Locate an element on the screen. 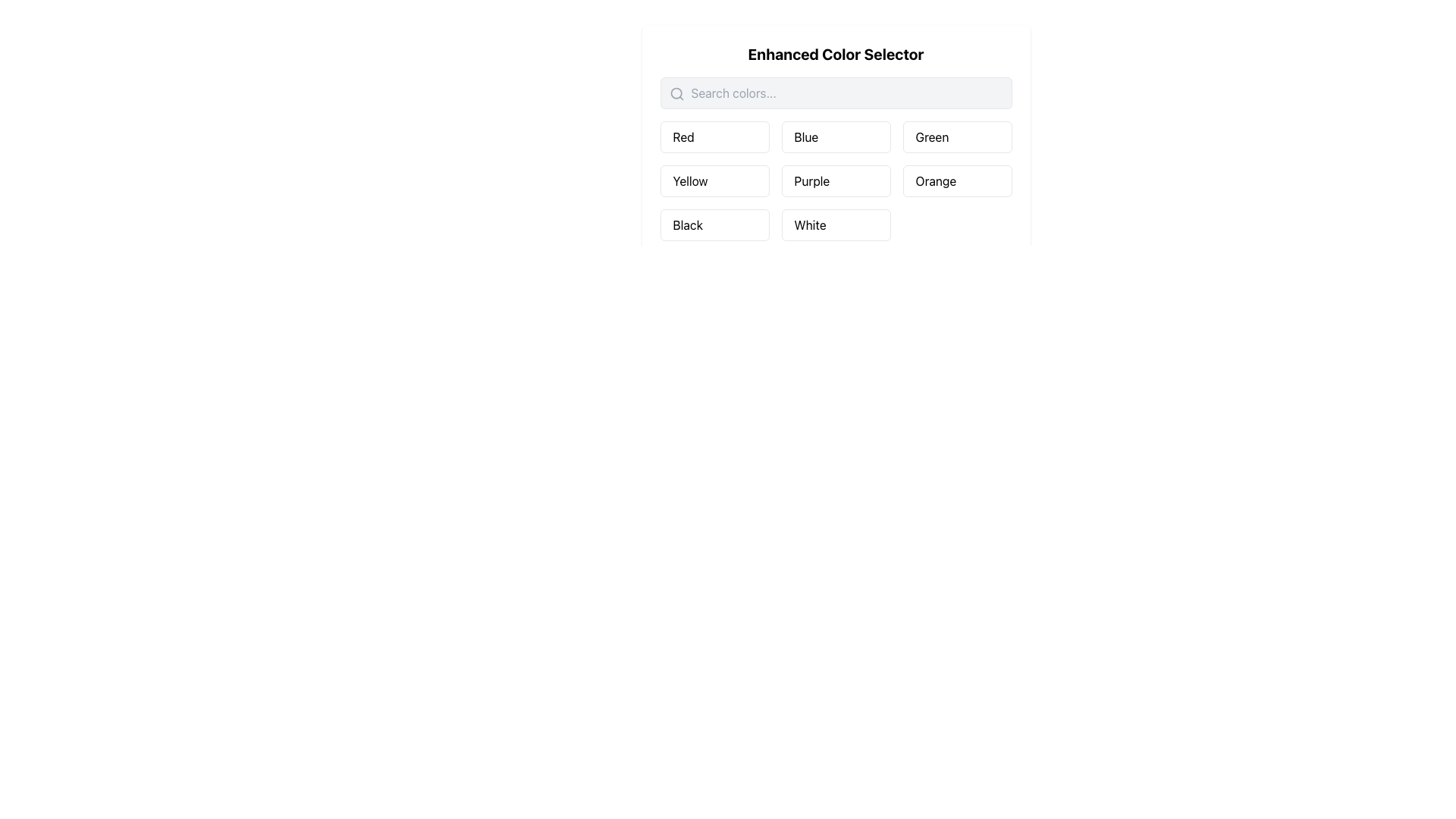 The image size is (1456, 819). the Yellow button in the color selection interface is located at coordinates (714, 180).